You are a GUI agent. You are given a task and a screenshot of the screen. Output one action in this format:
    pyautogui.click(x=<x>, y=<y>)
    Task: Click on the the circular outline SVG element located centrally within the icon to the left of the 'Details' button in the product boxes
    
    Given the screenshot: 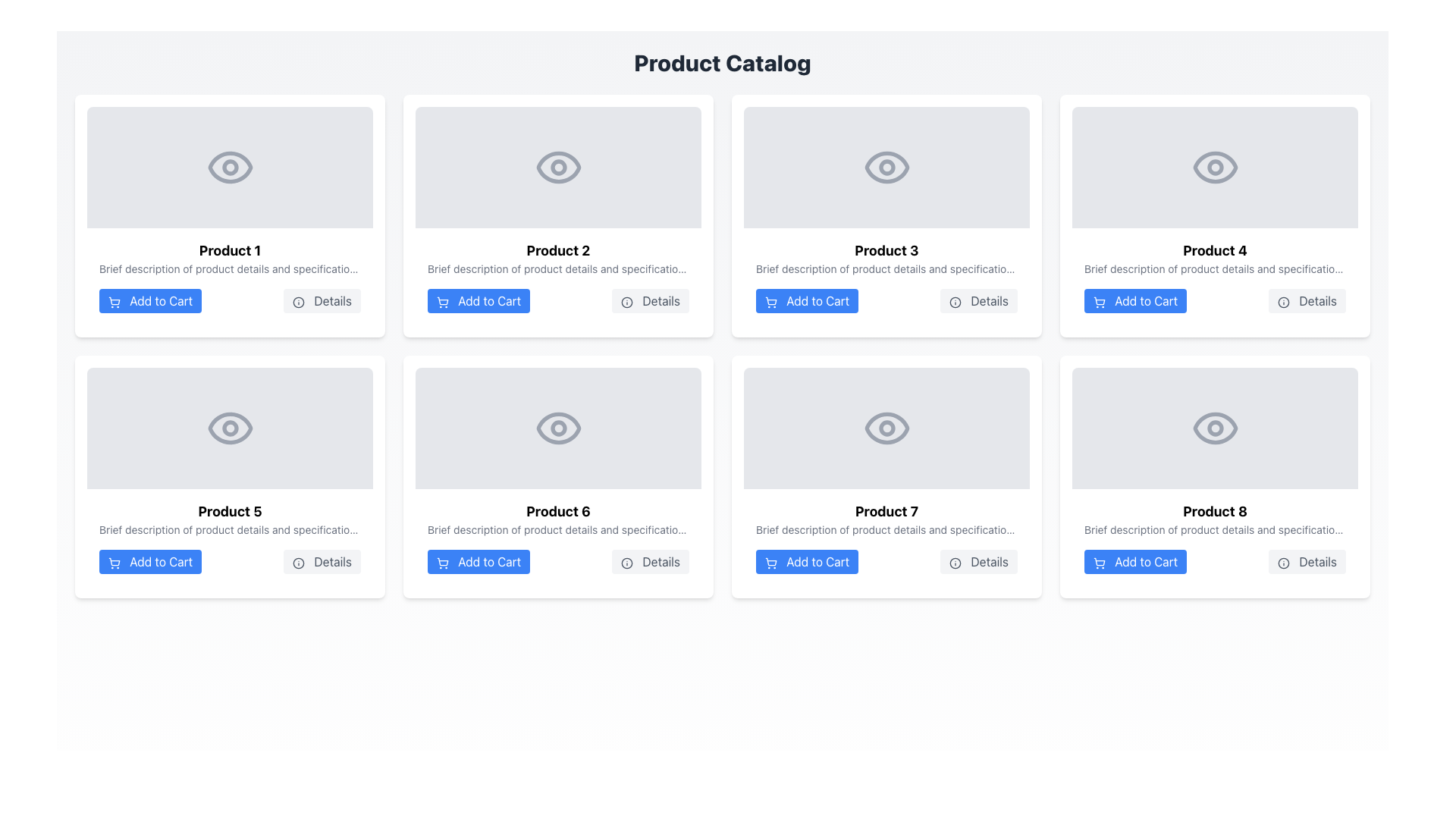 What is the action you would take?
    pyautogui.click(x=299, y=302)
    